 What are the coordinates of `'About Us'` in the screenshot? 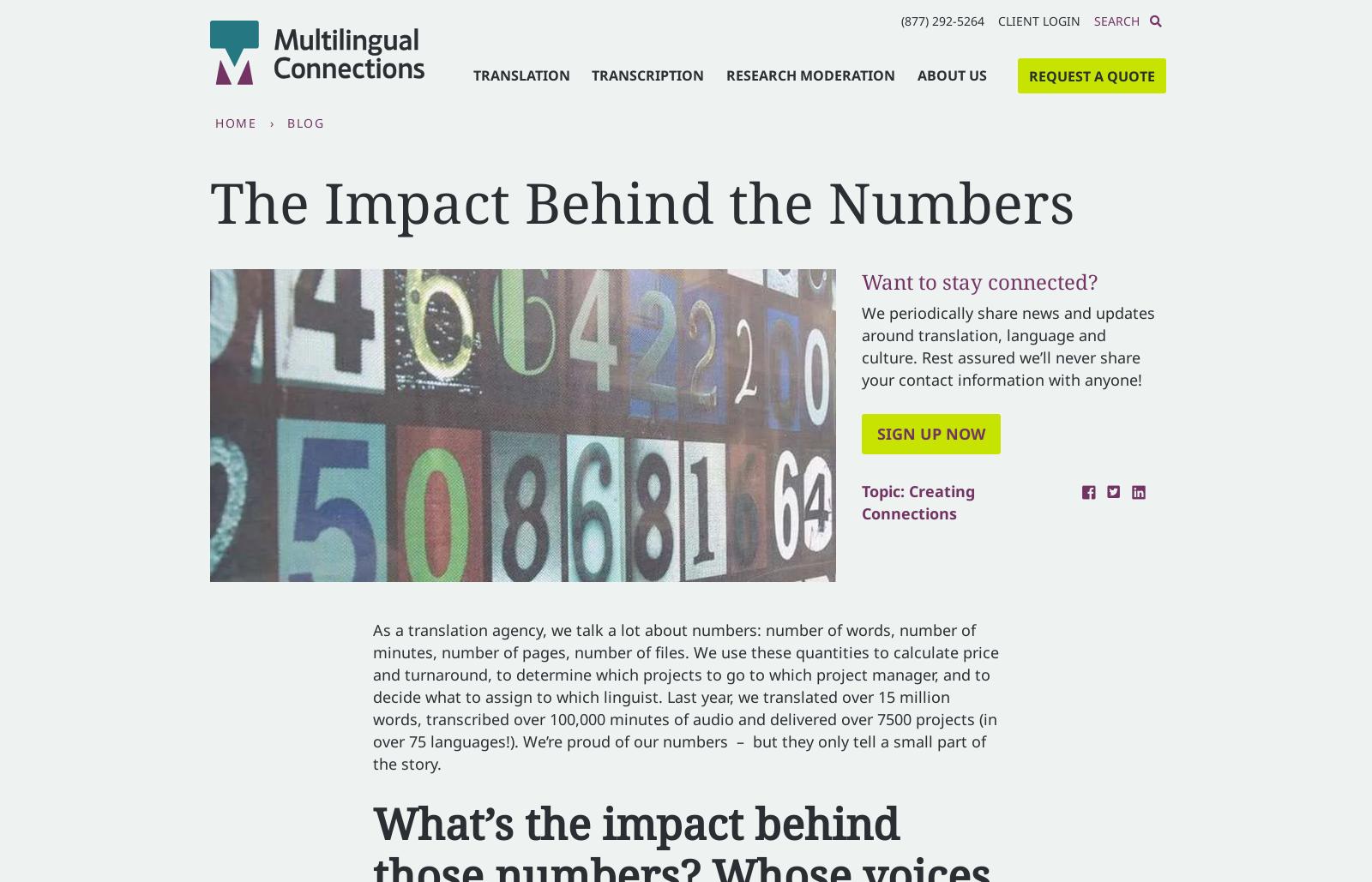 It's located at (951, 74).